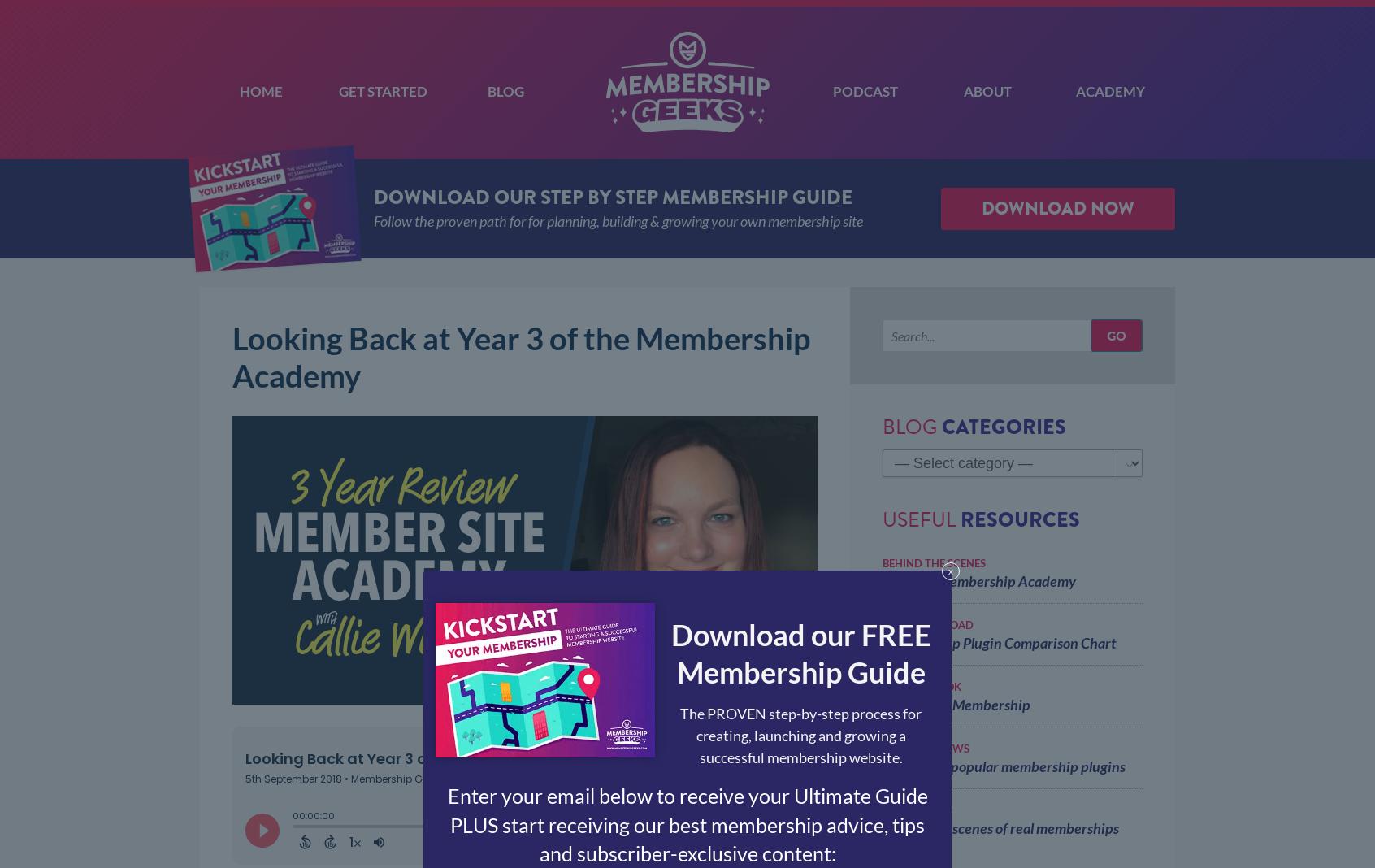 The image size is (1375, 868). I want to click on 'Looking Back at Year 3 of the Membership Academy', so click(521, 356).